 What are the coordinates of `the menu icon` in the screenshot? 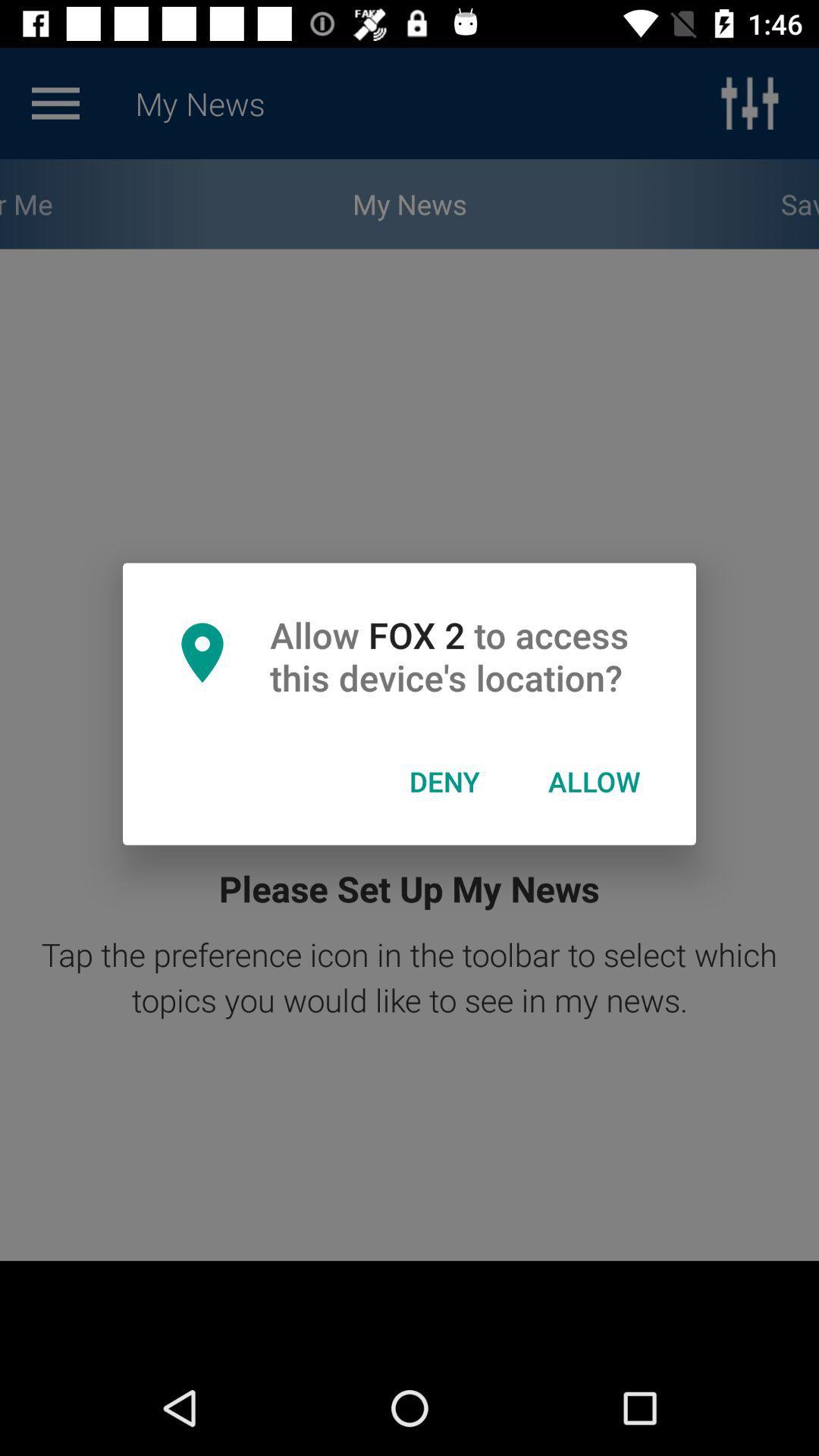 It's located at (55, 102).